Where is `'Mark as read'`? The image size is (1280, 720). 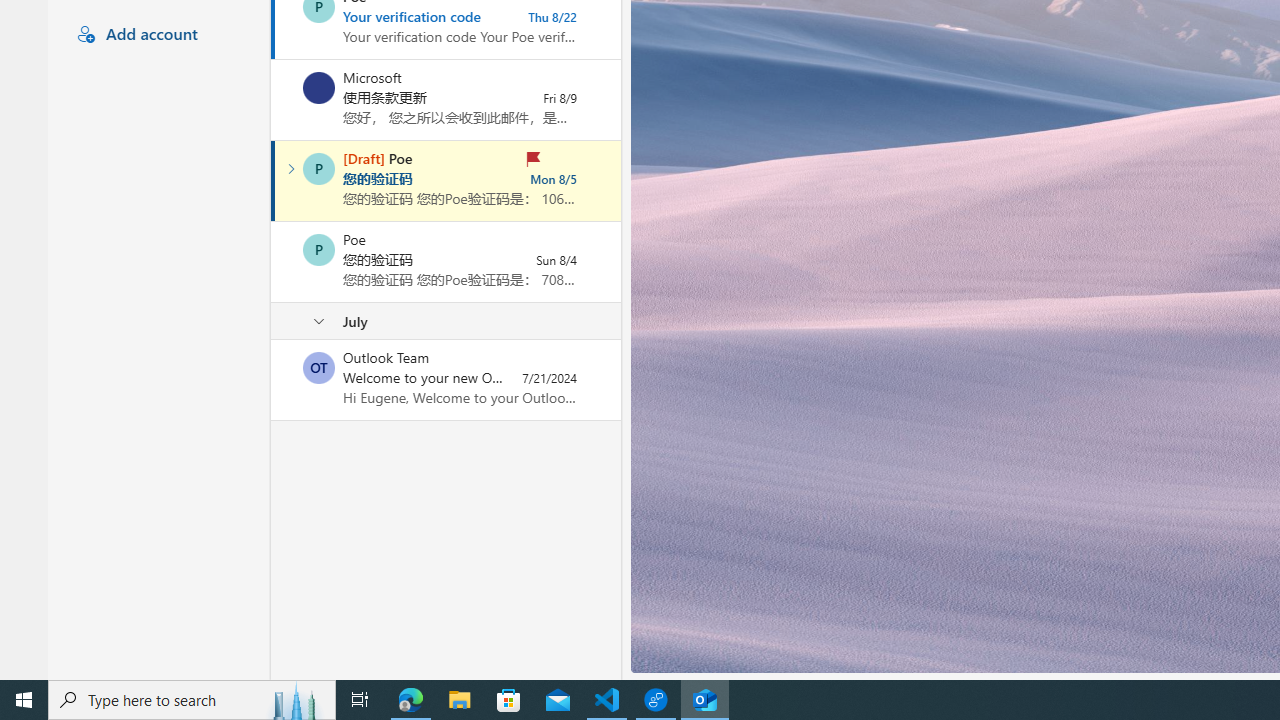
'Mark as read' is located at coordinates (272, 181).